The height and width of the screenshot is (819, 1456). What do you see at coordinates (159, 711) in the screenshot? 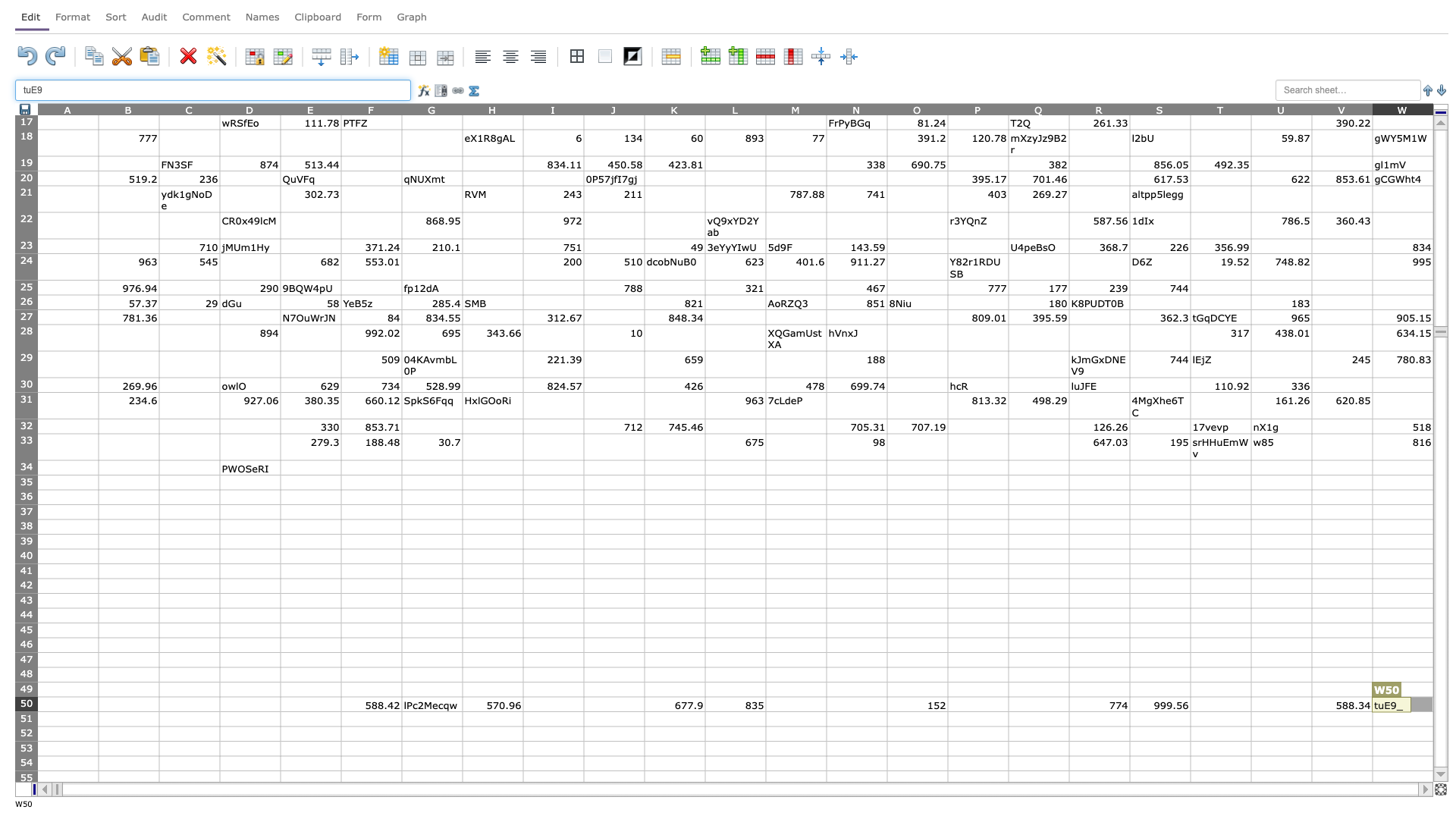
I see `top left corner of C51` at bounding box center [159, 711].